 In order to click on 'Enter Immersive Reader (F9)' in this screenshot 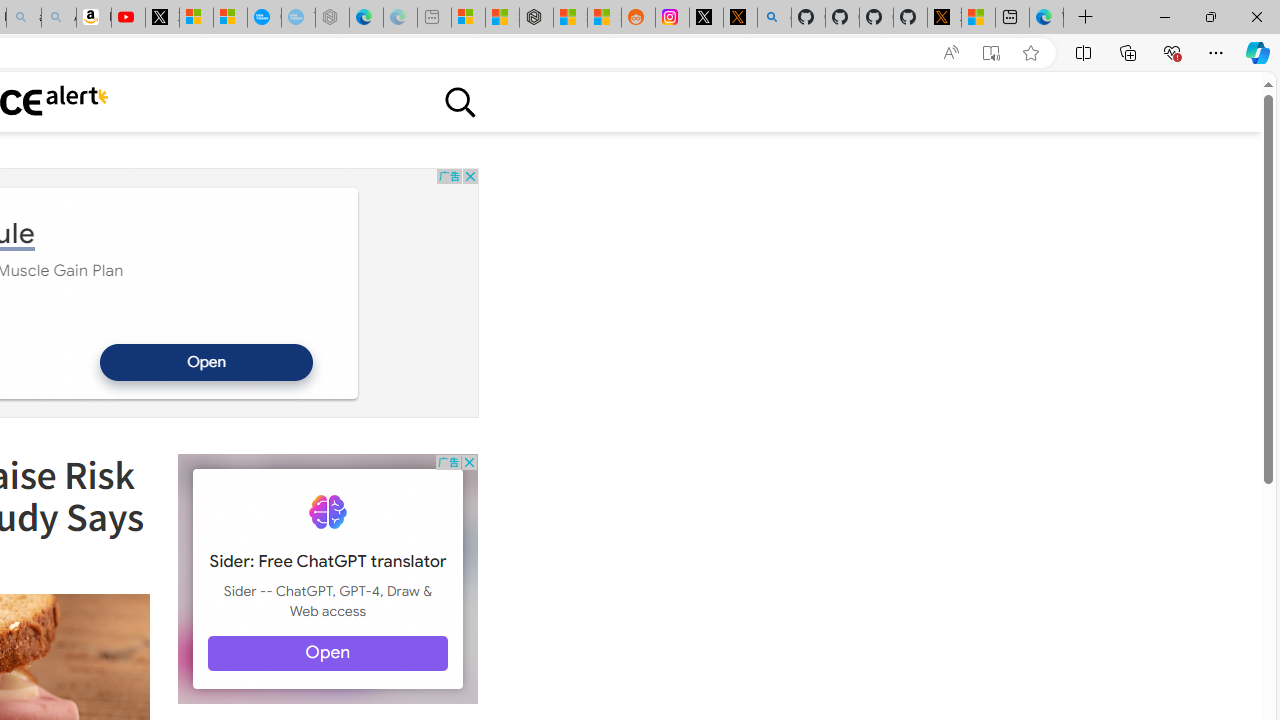, I will do `click(991, 52)`.